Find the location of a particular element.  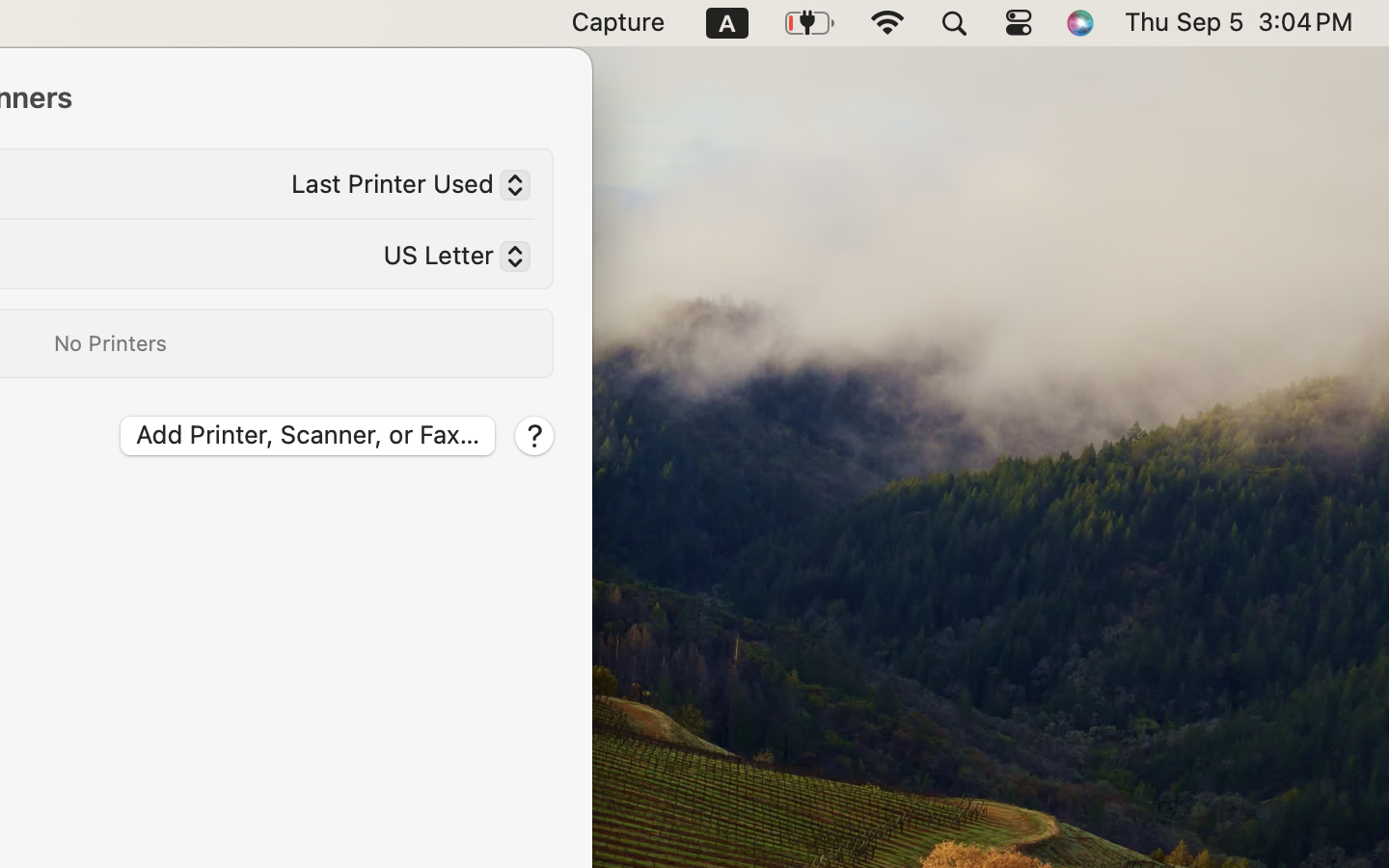

'Last Printer Used' is located at coordinates (402, 188).